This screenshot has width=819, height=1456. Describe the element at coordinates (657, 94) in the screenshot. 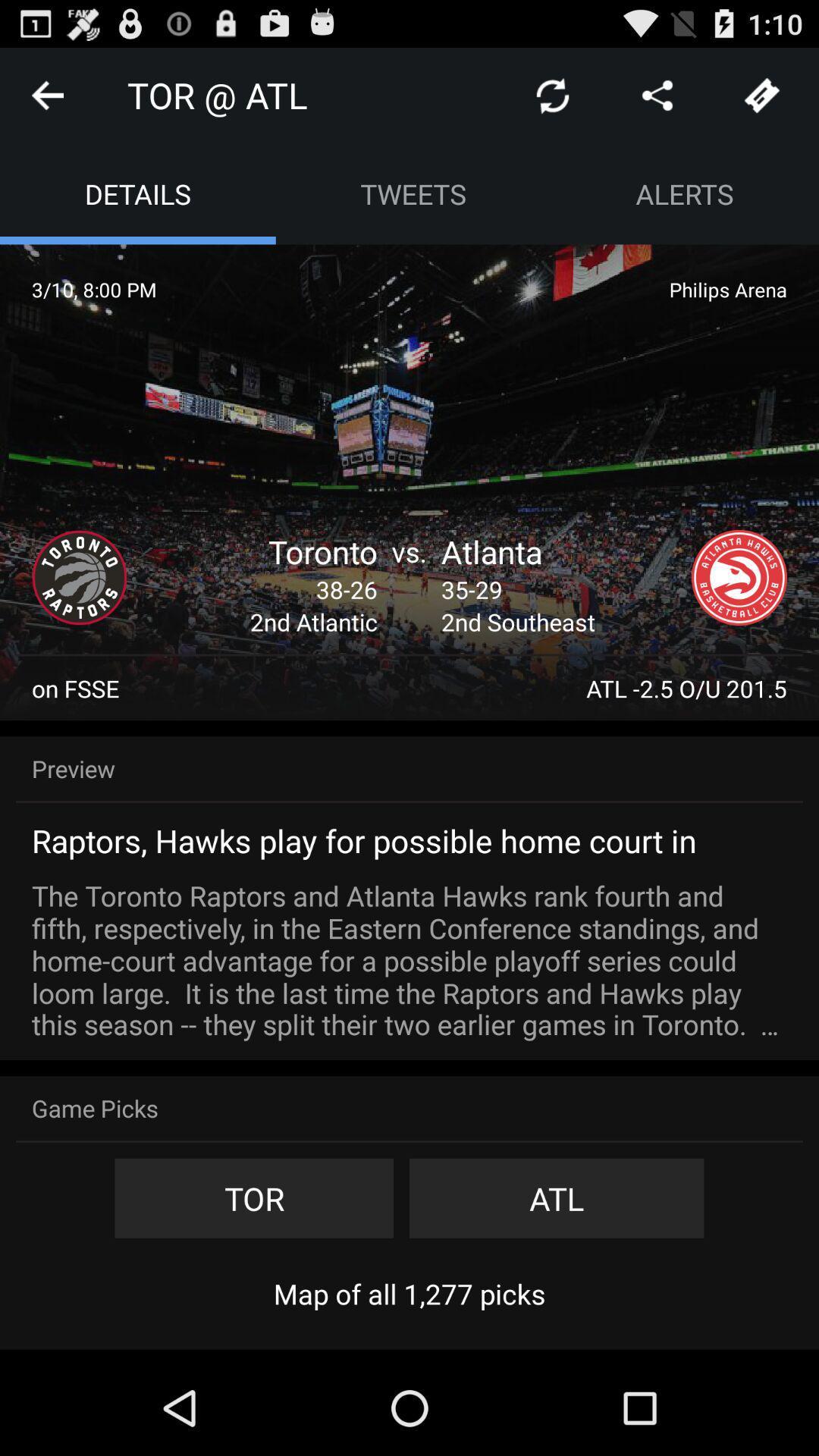

I see `share this match` at that location.